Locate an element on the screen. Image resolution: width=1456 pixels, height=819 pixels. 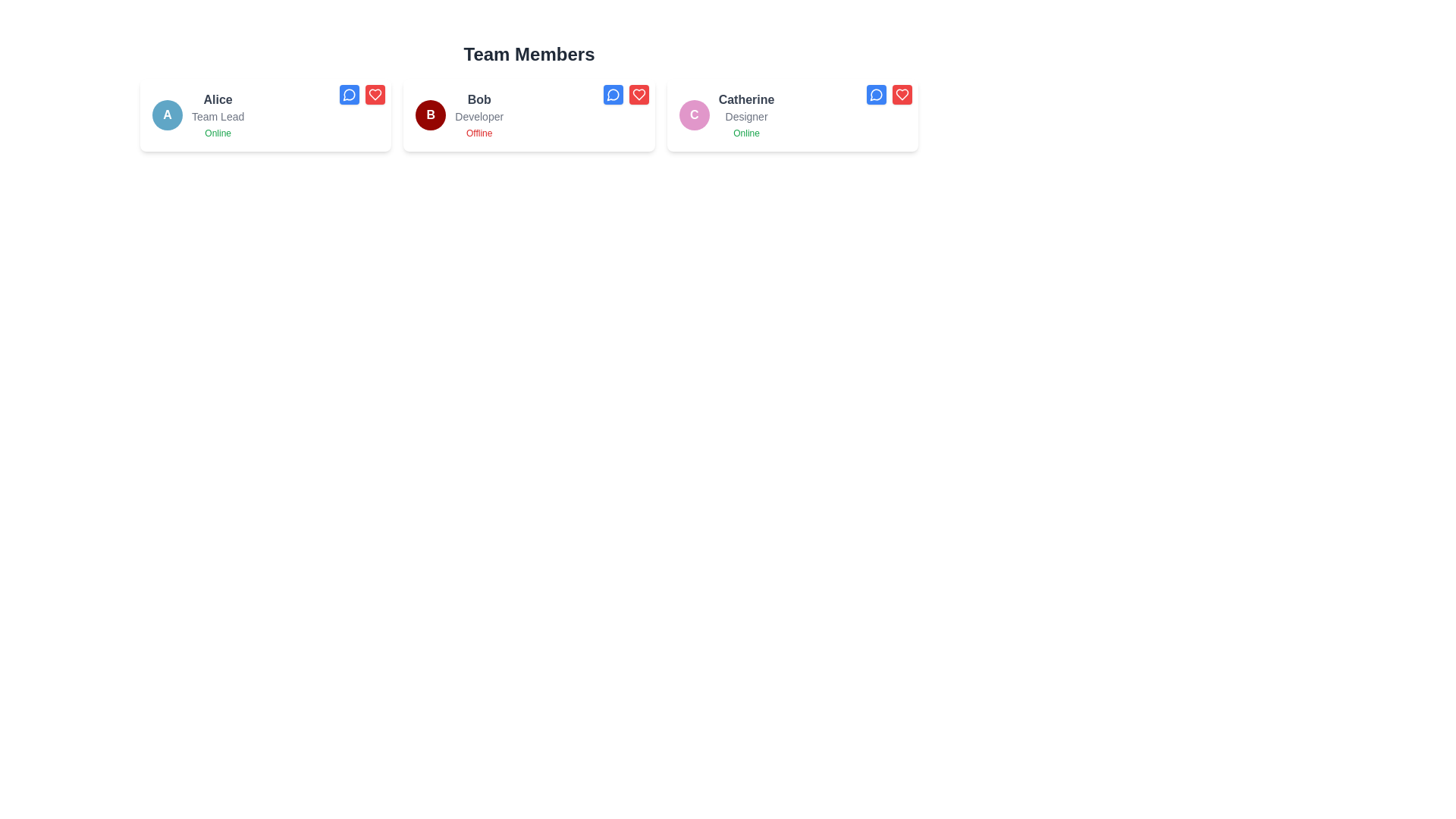
the messaging icon button located at the top-right corner of 'Alice' user's card is located at coordinates (877, 94).